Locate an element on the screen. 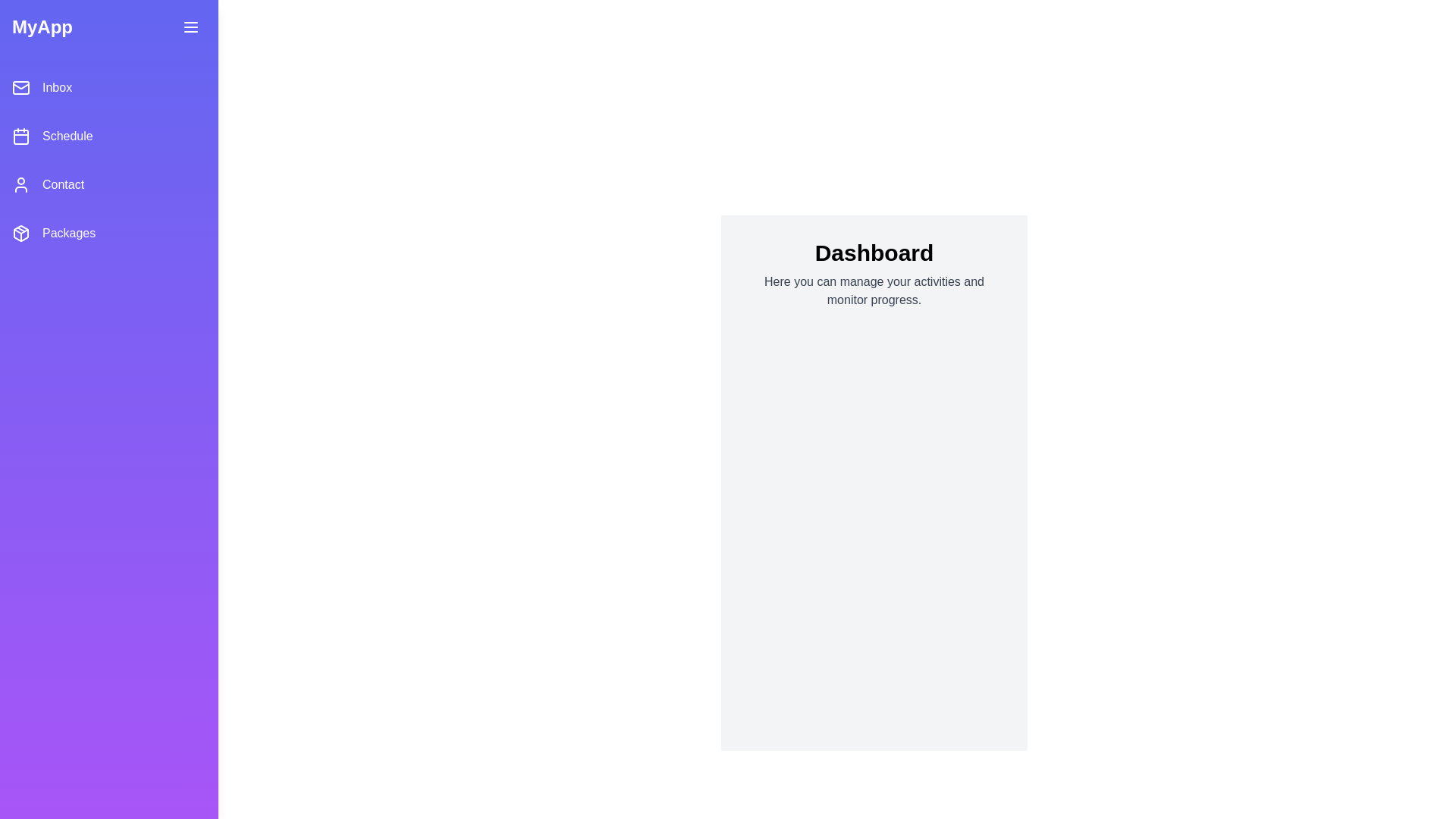  the menu item labeled Contact to navigate to the corresponding section is located at coordinates (108, 184).